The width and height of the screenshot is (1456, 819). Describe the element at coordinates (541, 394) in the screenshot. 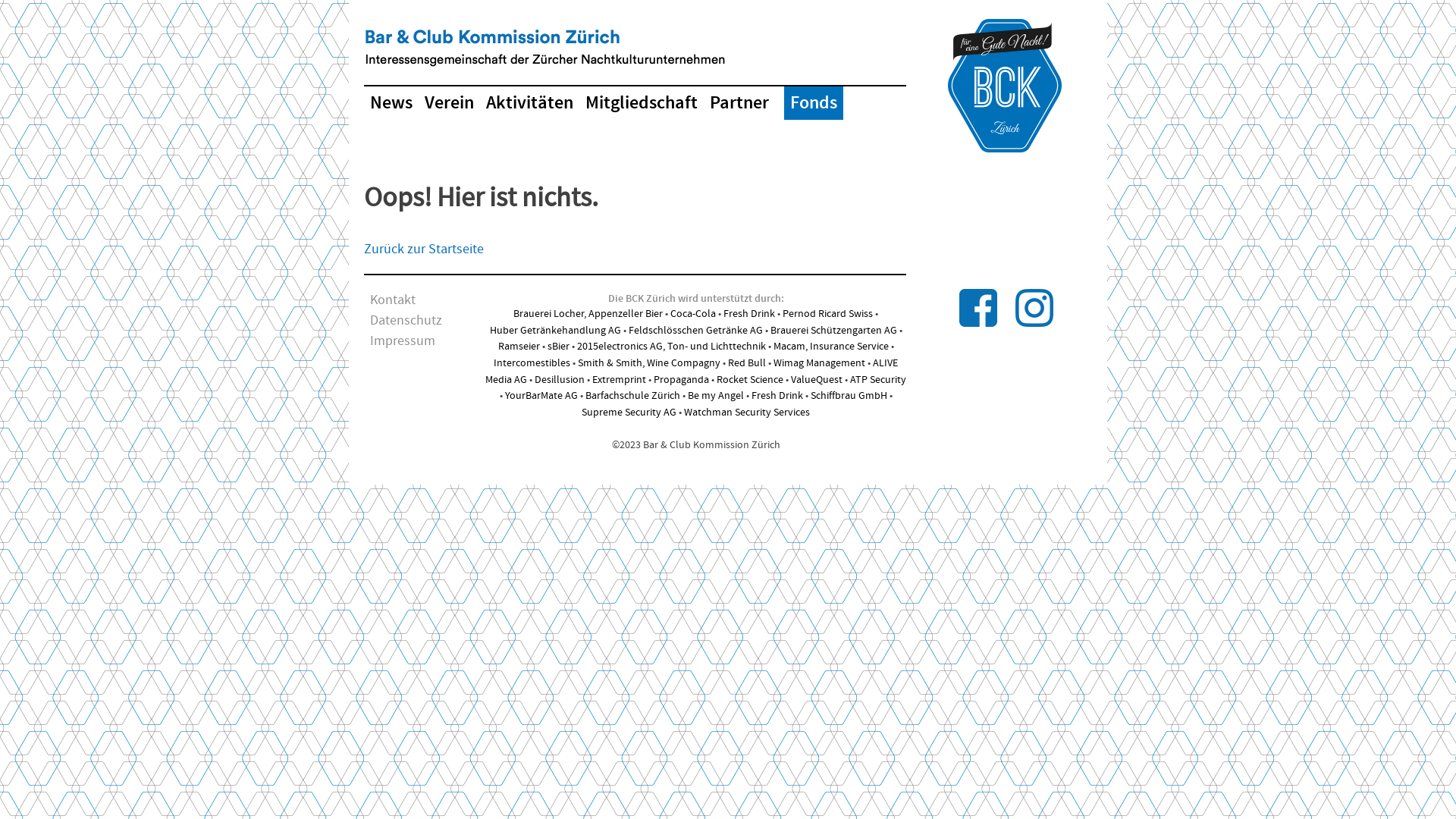

I see `'YourBarMate AG'` at that location.